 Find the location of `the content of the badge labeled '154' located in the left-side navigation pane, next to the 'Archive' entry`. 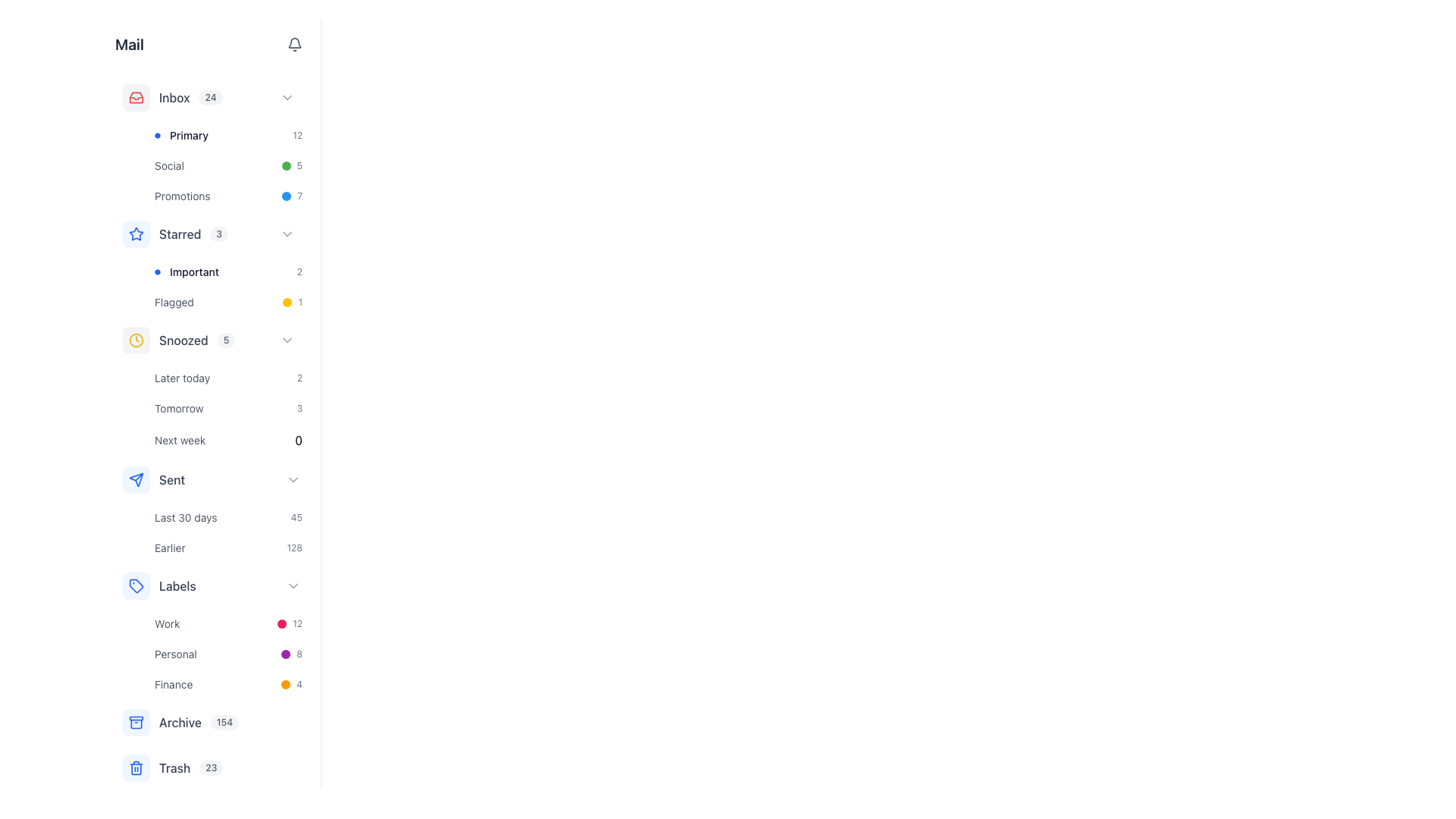

the content of the badge labeled '154' located in the left-side navigation pane, next to the 'Archive' entry is located at coordinates (224, 721).